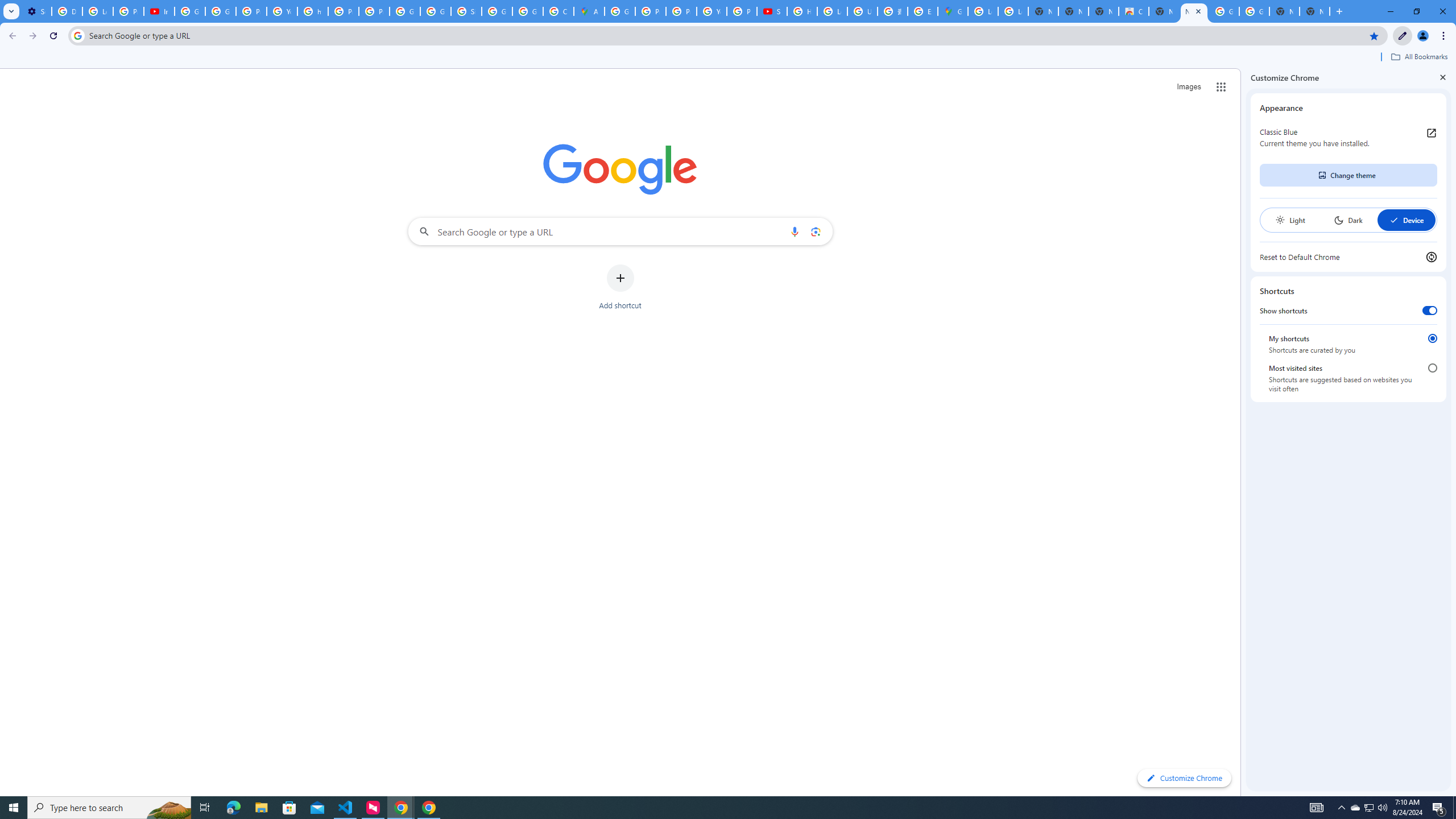 Image resolution: width=1456 pixels, height=819 pixels. I want to click on 'Search by image', so click(816, 230).